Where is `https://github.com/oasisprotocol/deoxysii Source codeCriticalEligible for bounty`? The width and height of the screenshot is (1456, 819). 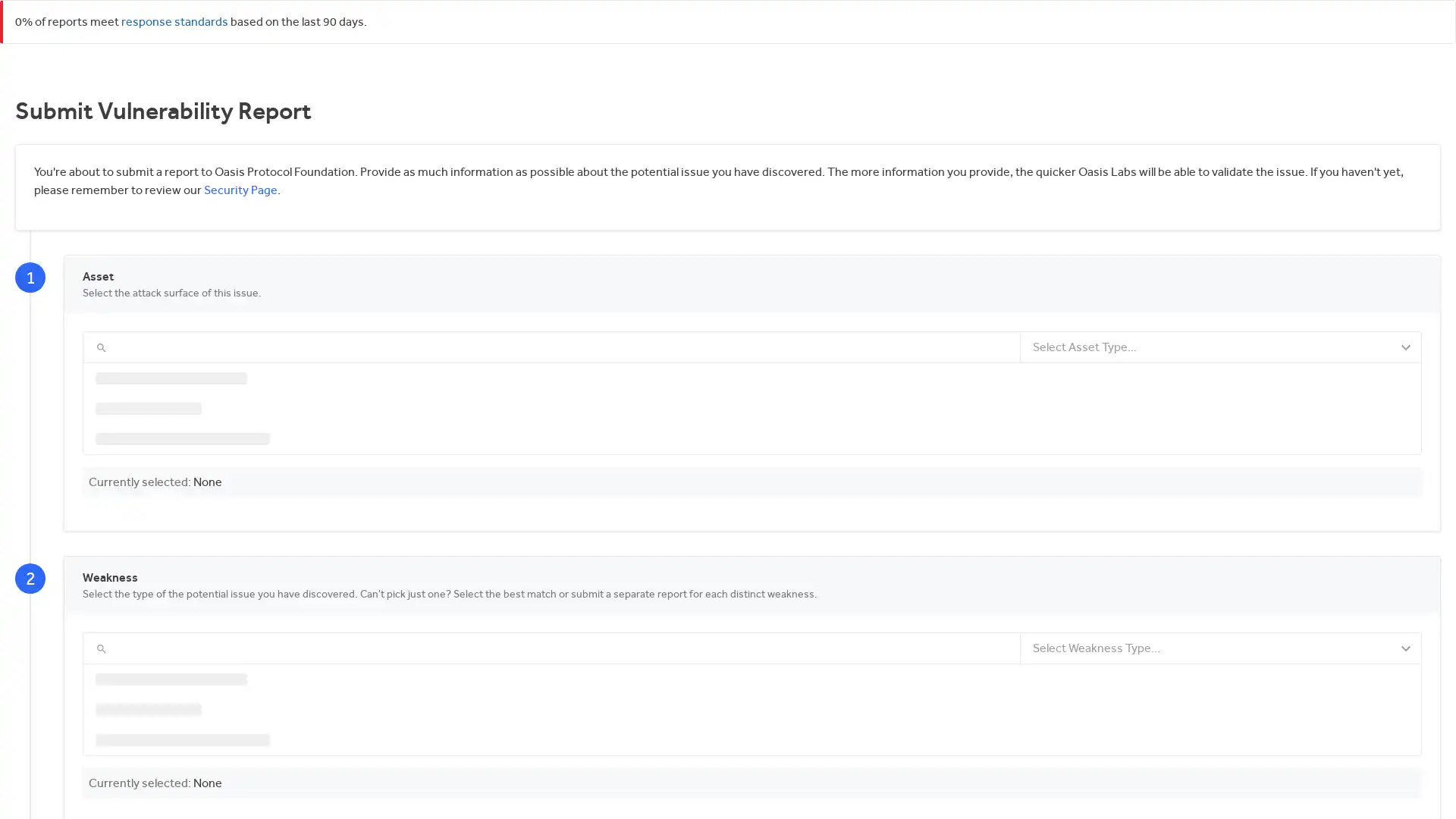 https://github.com/oasisprotocol/deoxysii Source codeCriticalEligible for bounty is located at coordinates (752, 427).